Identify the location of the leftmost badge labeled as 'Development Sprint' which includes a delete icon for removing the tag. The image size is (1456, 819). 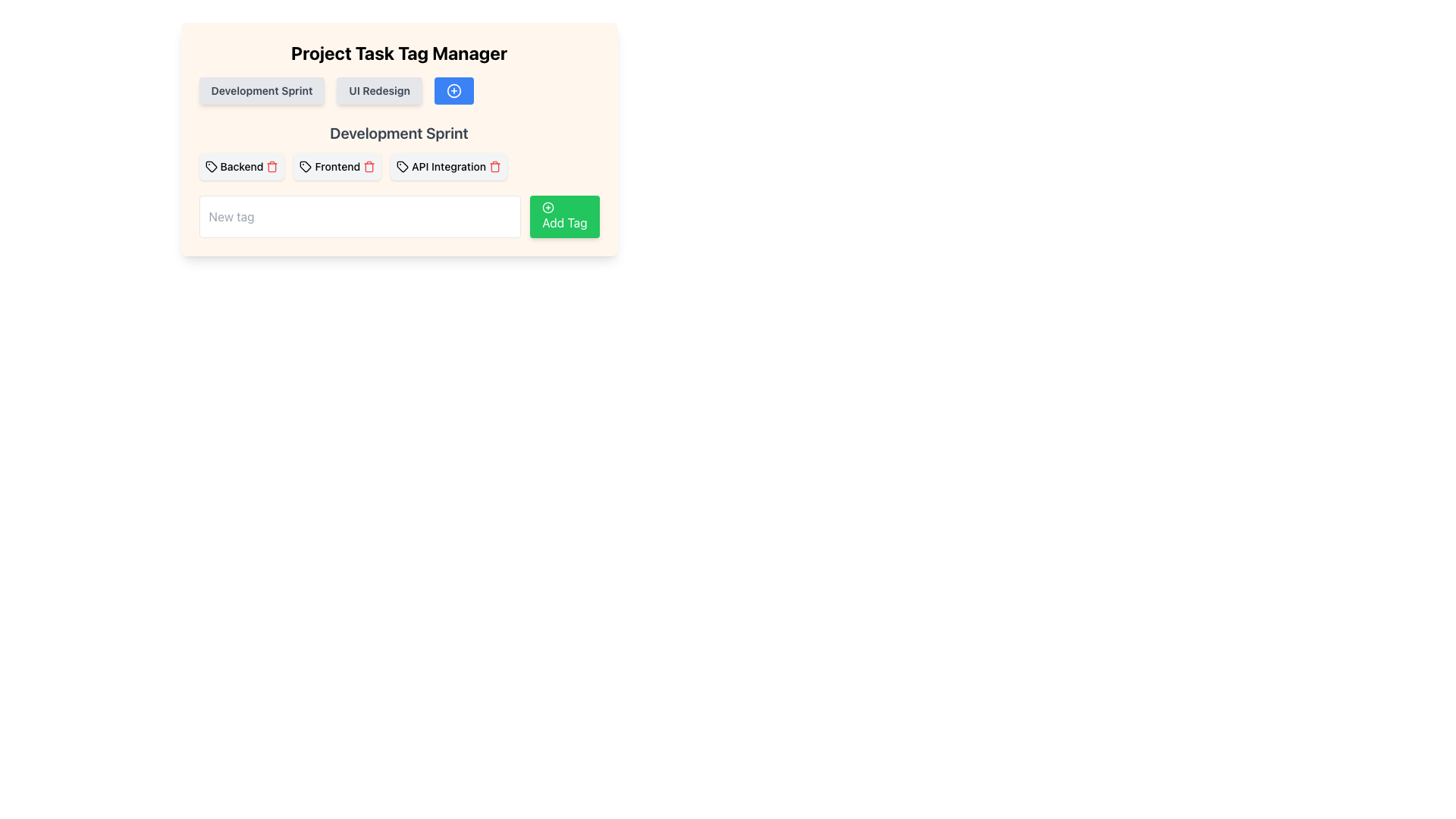
(240, 166).